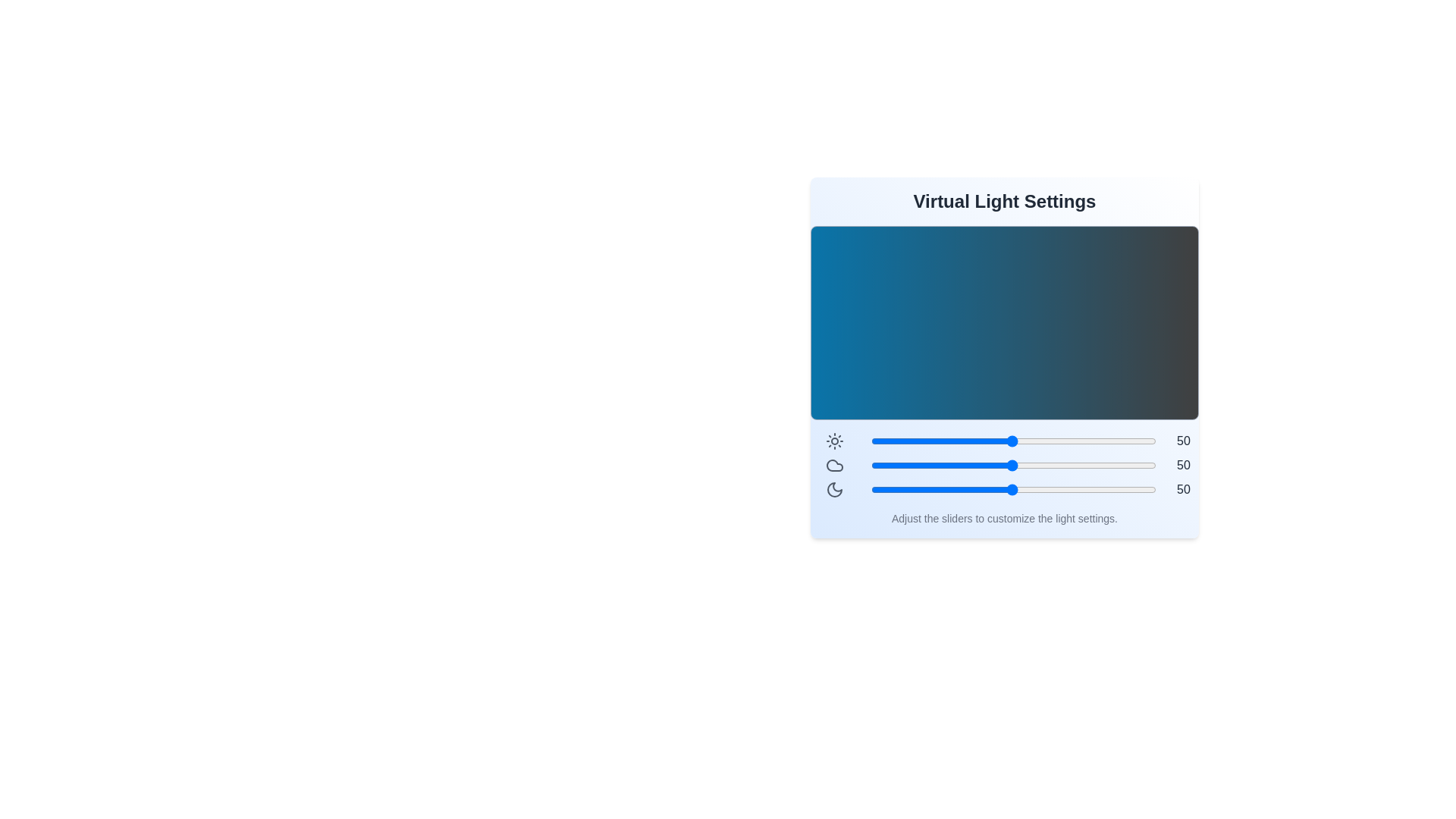 The width and height of the screenshot is (1456, 819). Describe the element at coordinates (1049, 489) in the screenshot. I see `the saturation slider to 63` at that location.